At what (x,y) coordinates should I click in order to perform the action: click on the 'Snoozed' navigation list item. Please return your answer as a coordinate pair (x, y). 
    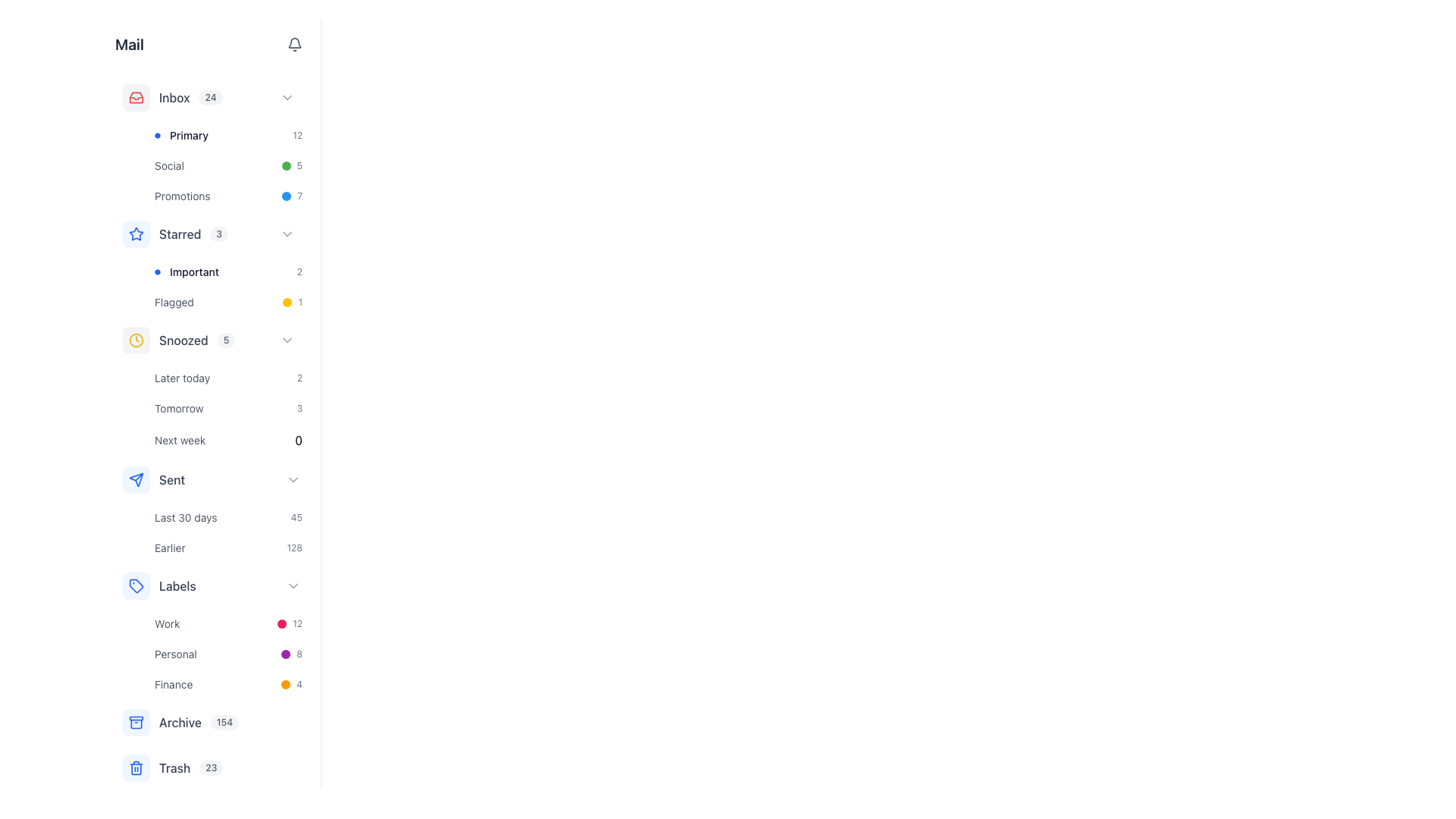
    Looking at the image, I should click on (179, 339).